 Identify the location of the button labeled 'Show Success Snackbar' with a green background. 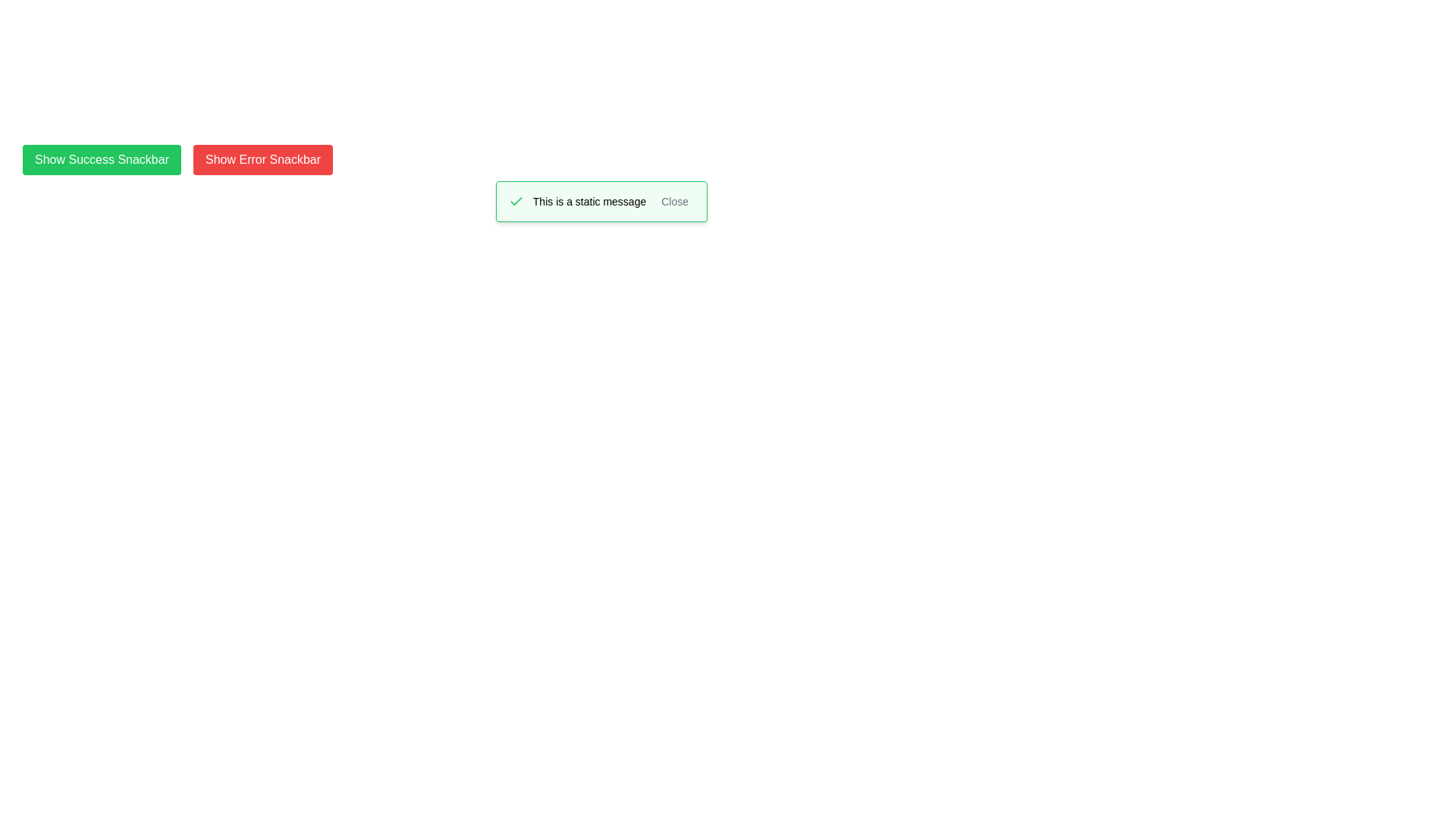
(101, 160).